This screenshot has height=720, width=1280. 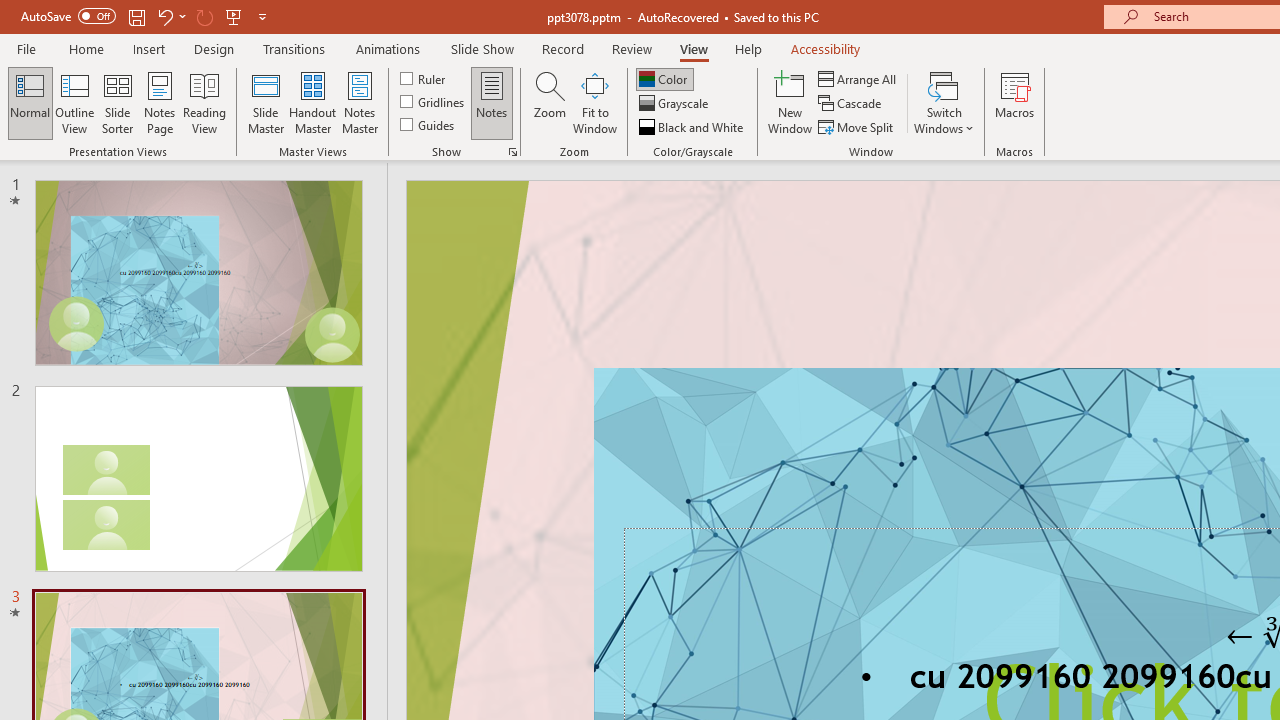 What do you see at coordinates (432, 101) in the screenshot?
I see `'Gridlines'` at bounding box center [432, 101].